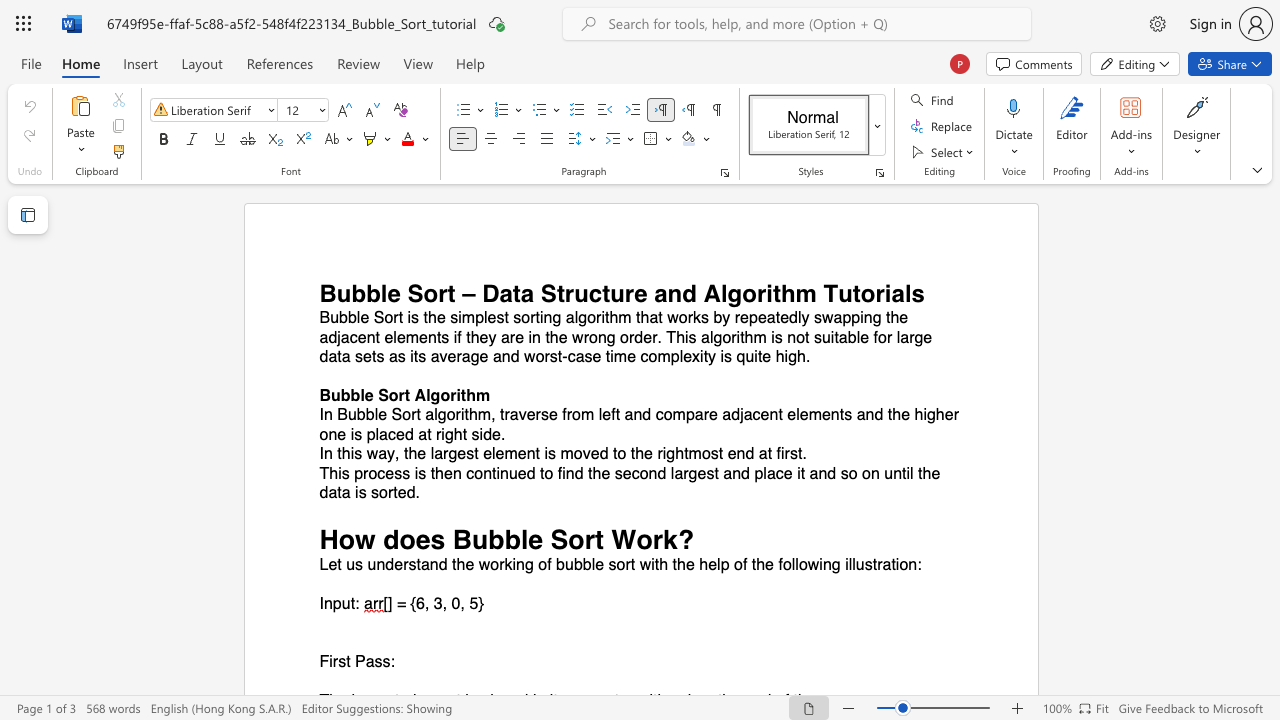 The width and height of the screenshot is (1280, 720). I want to click on the space between the continuous character "i" and "r" in the text, so click(333, 662).